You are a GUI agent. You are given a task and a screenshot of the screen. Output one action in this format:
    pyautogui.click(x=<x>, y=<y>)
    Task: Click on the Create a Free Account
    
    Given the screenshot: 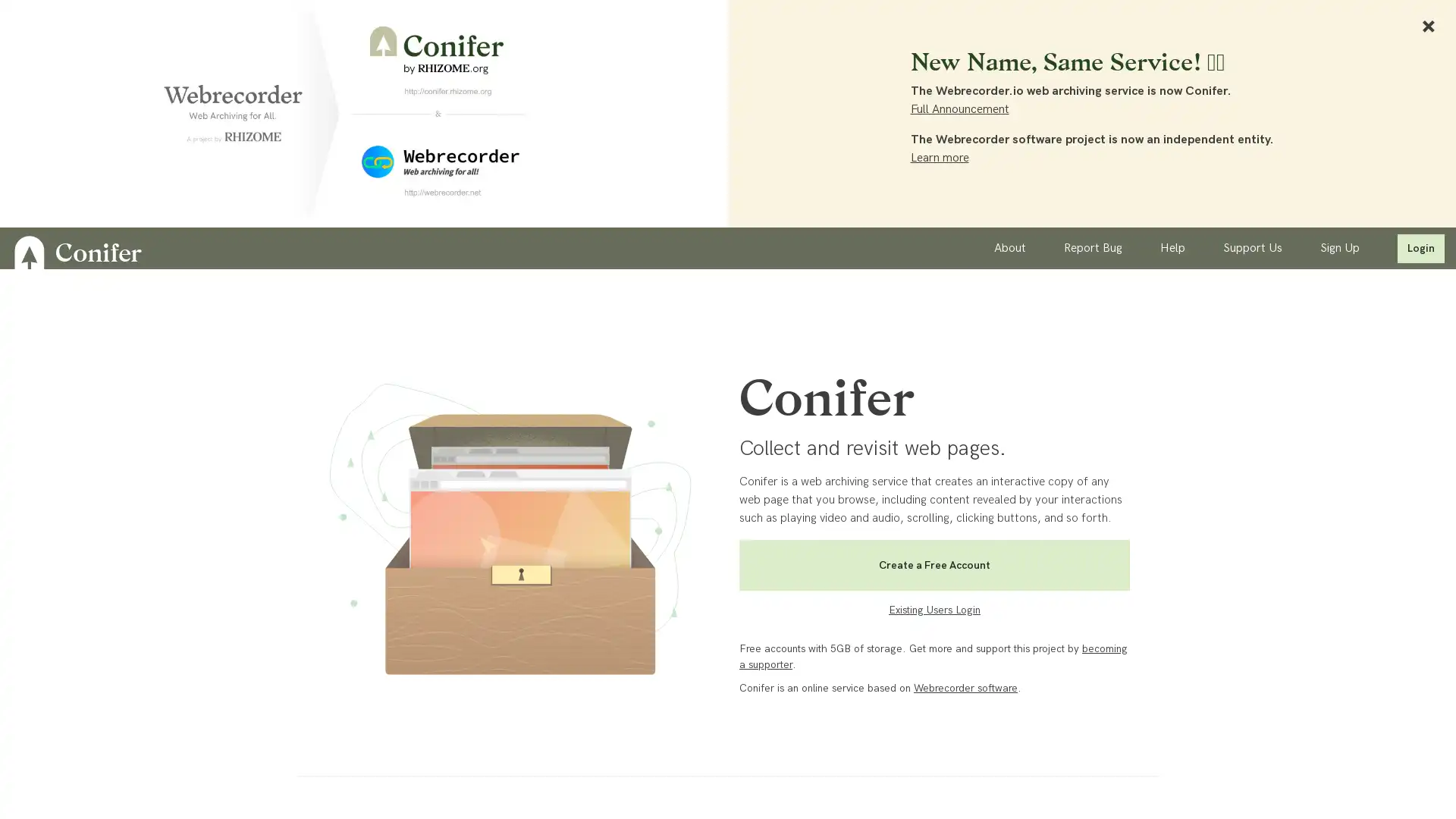 What is the action you would take?
    pyautogui.click(x=934, y=565)
    